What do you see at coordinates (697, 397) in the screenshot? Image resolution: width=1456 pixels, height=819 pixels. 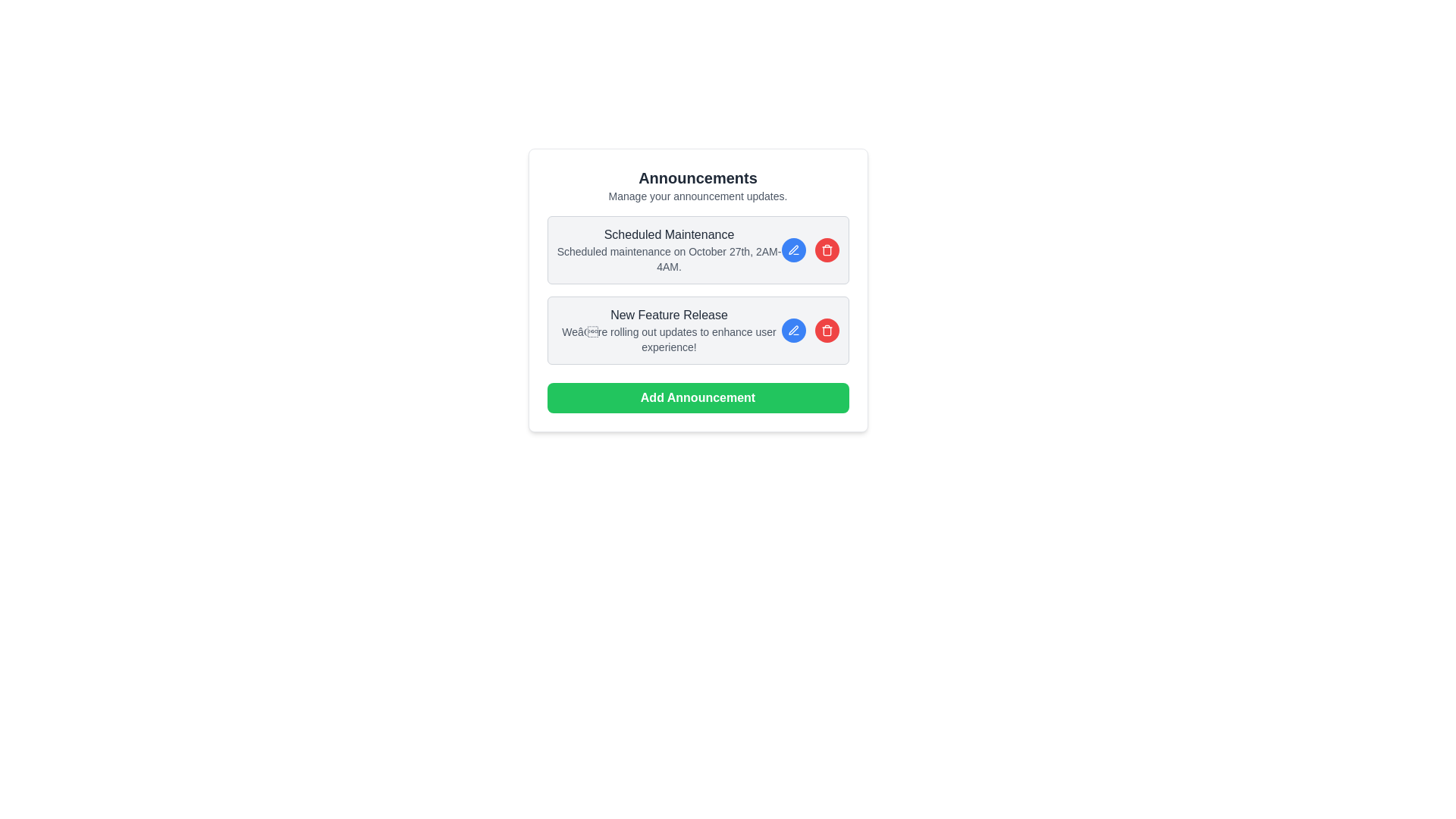 I see `the 'Add New Announcement' button located at the bottom of the announcements section` at bounding box center [697, 397].